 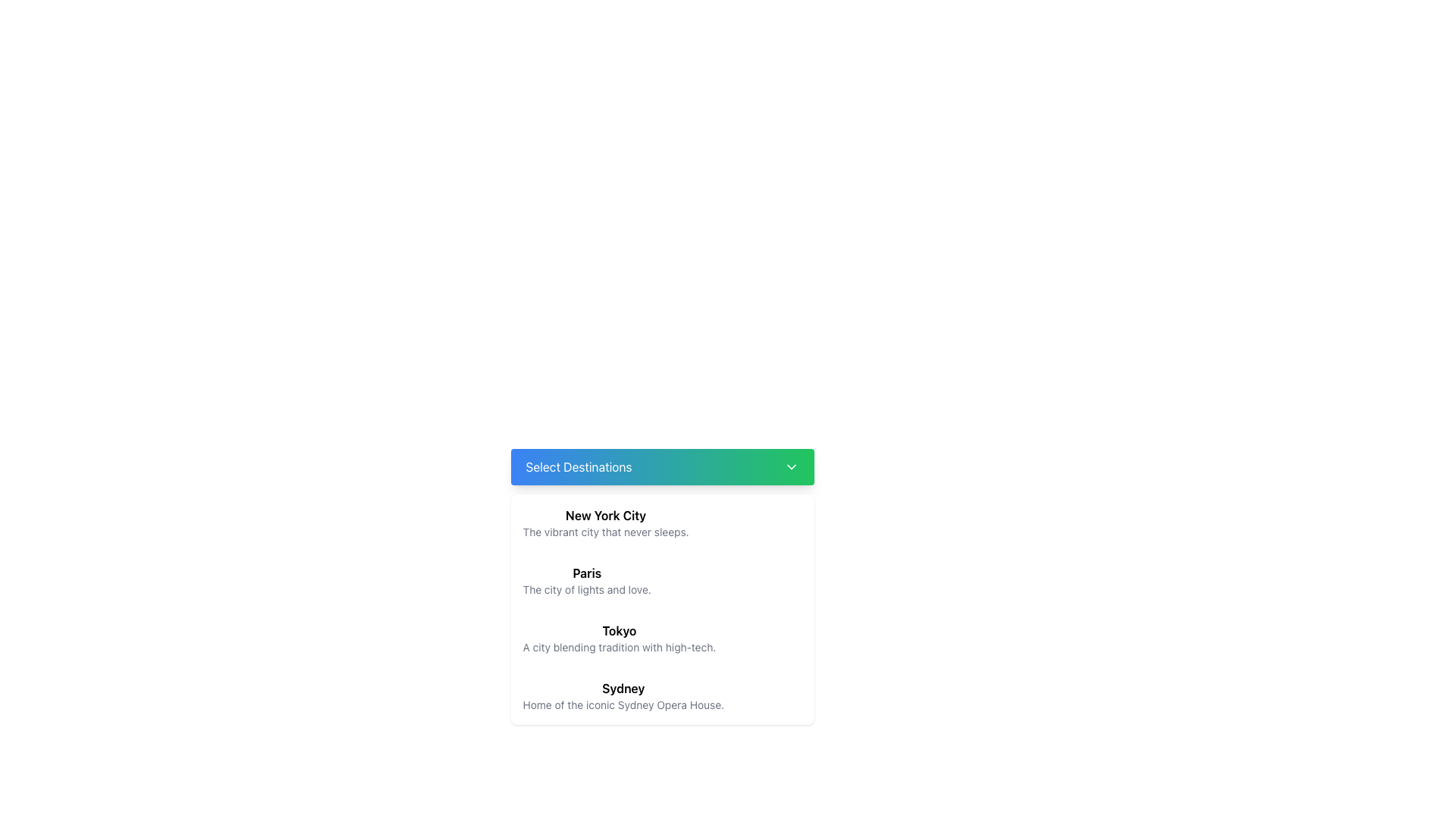 I want to click on the text label displaying 'Sydney', which is styled with bold font and located in the dropdown list of destination options, so click(x=623, y=688).